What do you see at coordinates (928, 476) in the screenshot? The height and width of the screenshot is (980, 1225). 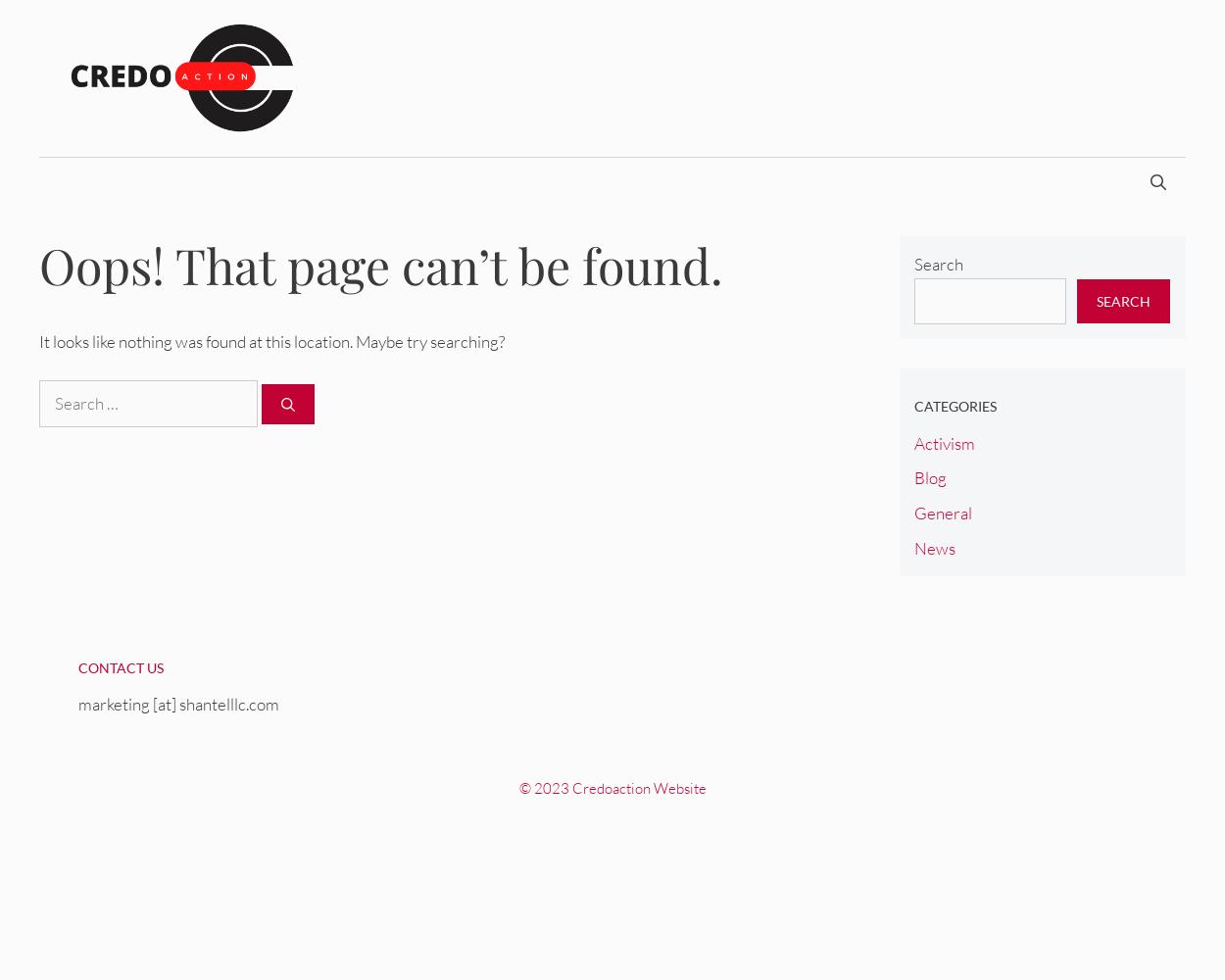 I see `'Blog'` at bounding box center [928, 476].